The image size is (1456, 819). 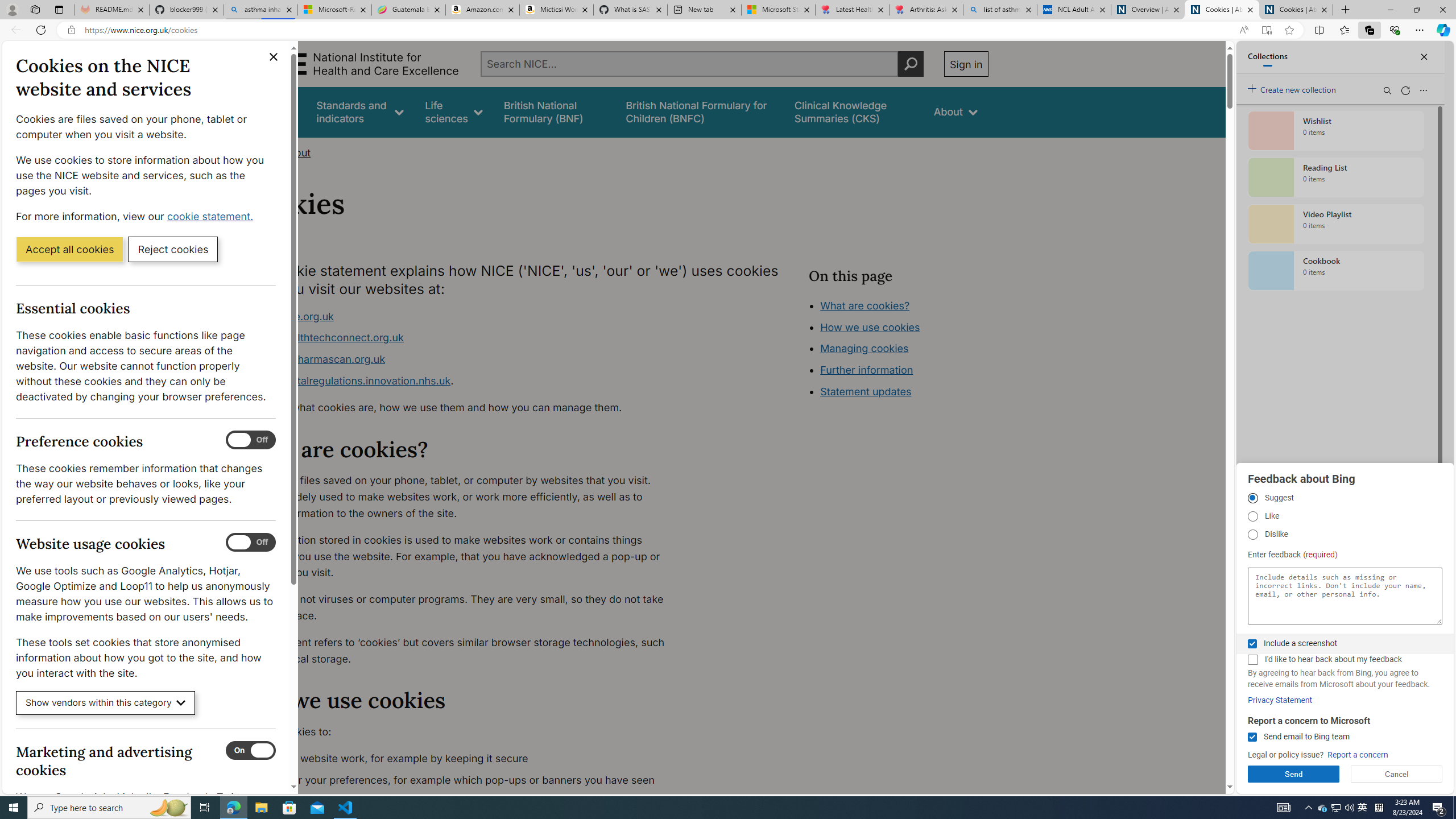 I want to click on 'cookie statement. (Opens in a new window)', so click(x=211, y=216).